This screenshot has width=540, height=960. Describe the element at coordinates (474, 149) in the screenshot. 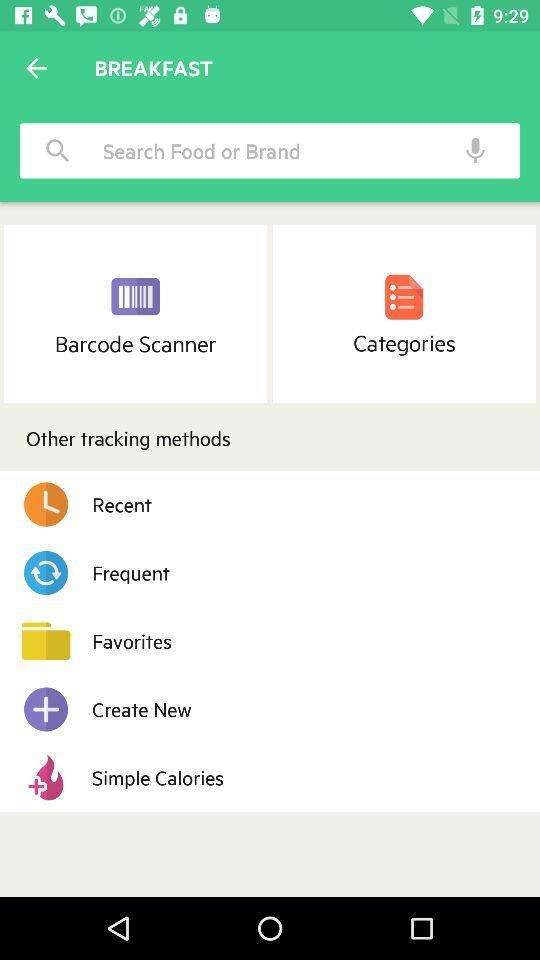

I see `the microphone icon` at that location.